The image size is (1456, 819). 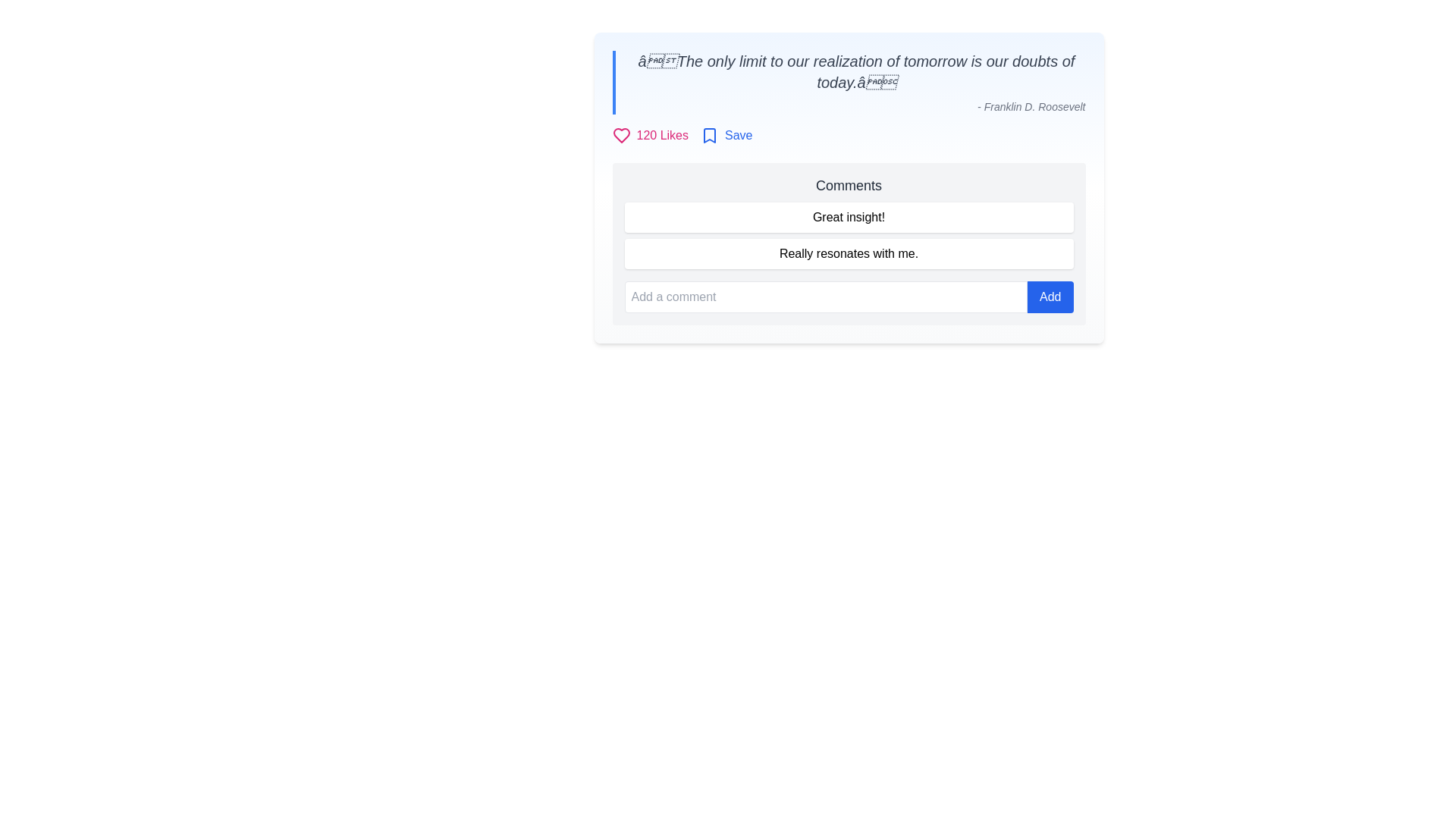 I want to click on the text display indicating the number of 'likes' positioned to the right of the heart-shaped icon, so click(x=662, y=134).